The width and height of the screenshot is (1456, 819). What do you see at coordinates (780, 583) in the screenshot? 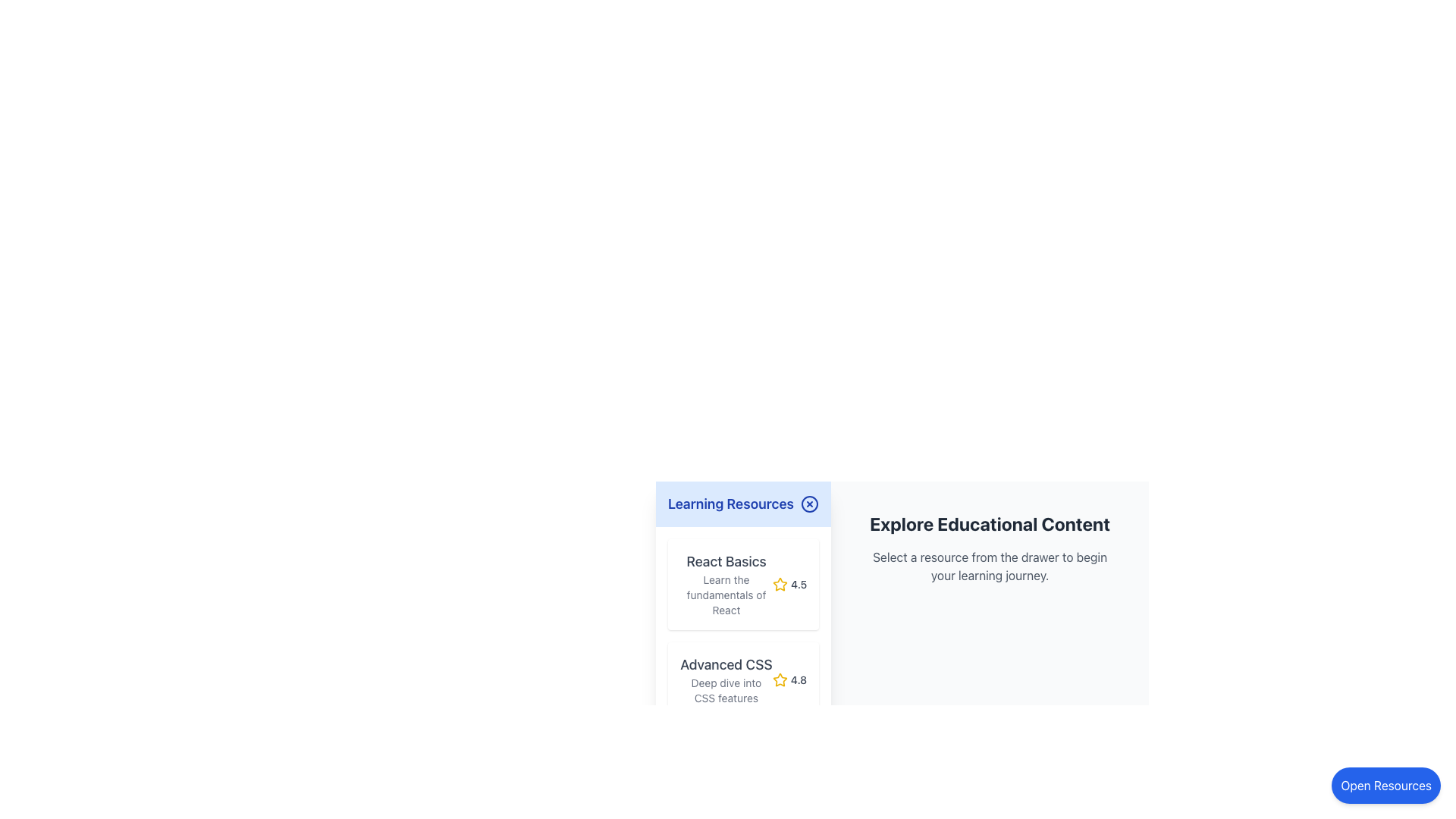
I see `the star icon representing the rating for 'React Basics' located in the left panel under 'Learning Resources'` at bounding box center [780, 583].